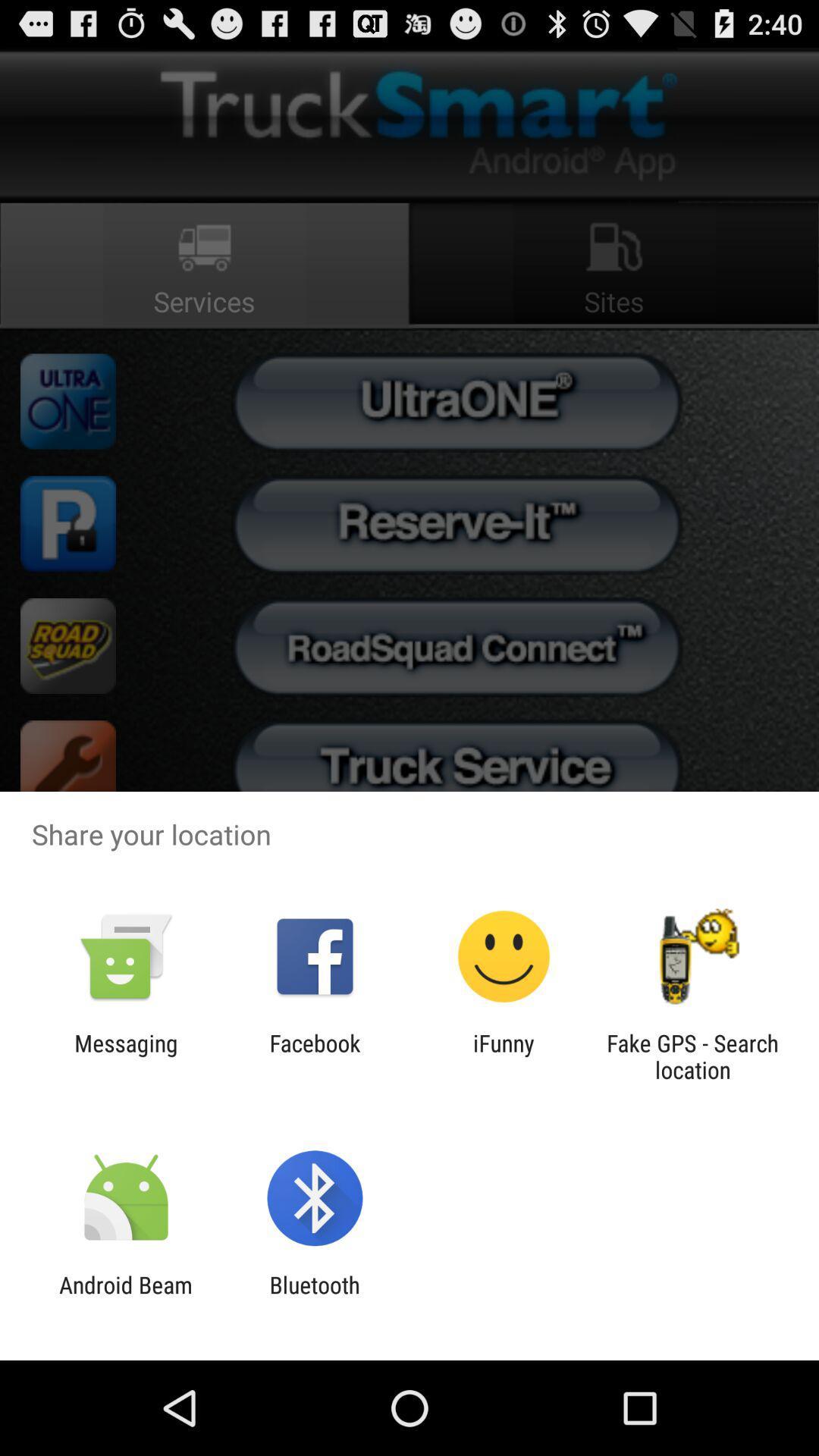 Image resolution: width=819 pixels, height=1456 pixels. I want to click on the android beam item, so click(125, 1298).